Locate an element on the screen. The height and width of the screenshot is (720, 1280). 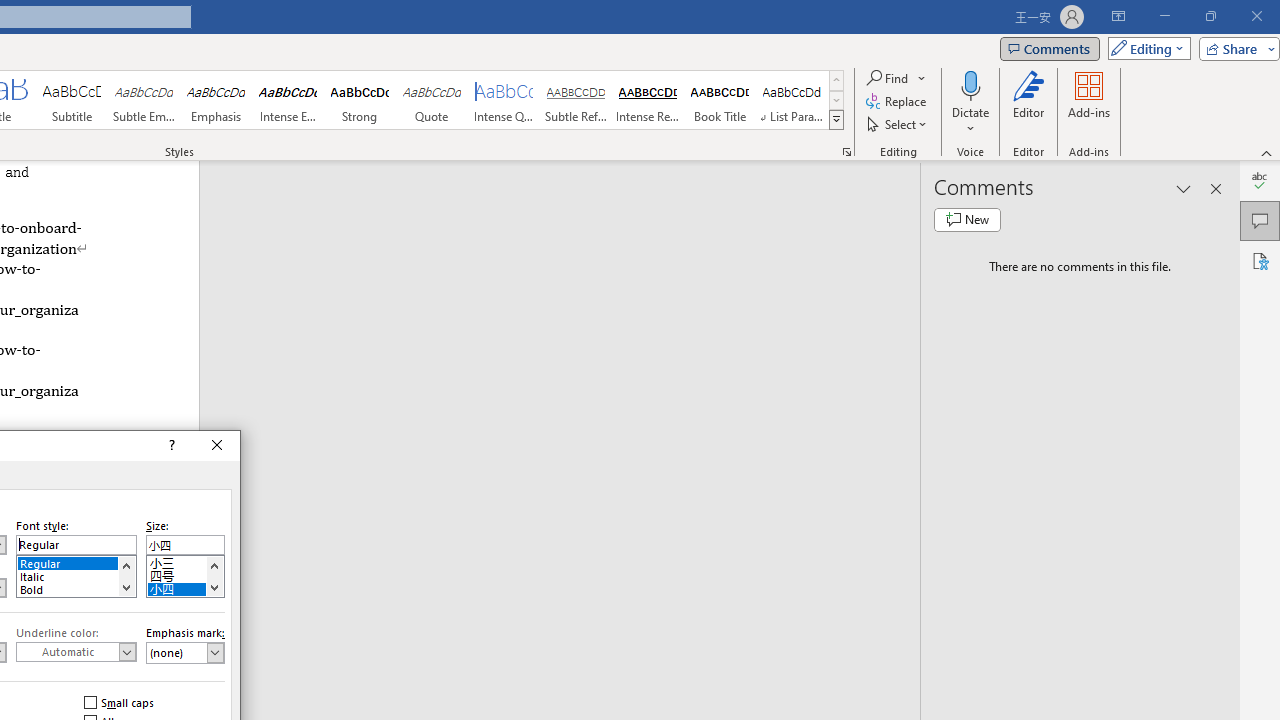
'Underline Color (Automatic)' is located at coordinates (76, 651).